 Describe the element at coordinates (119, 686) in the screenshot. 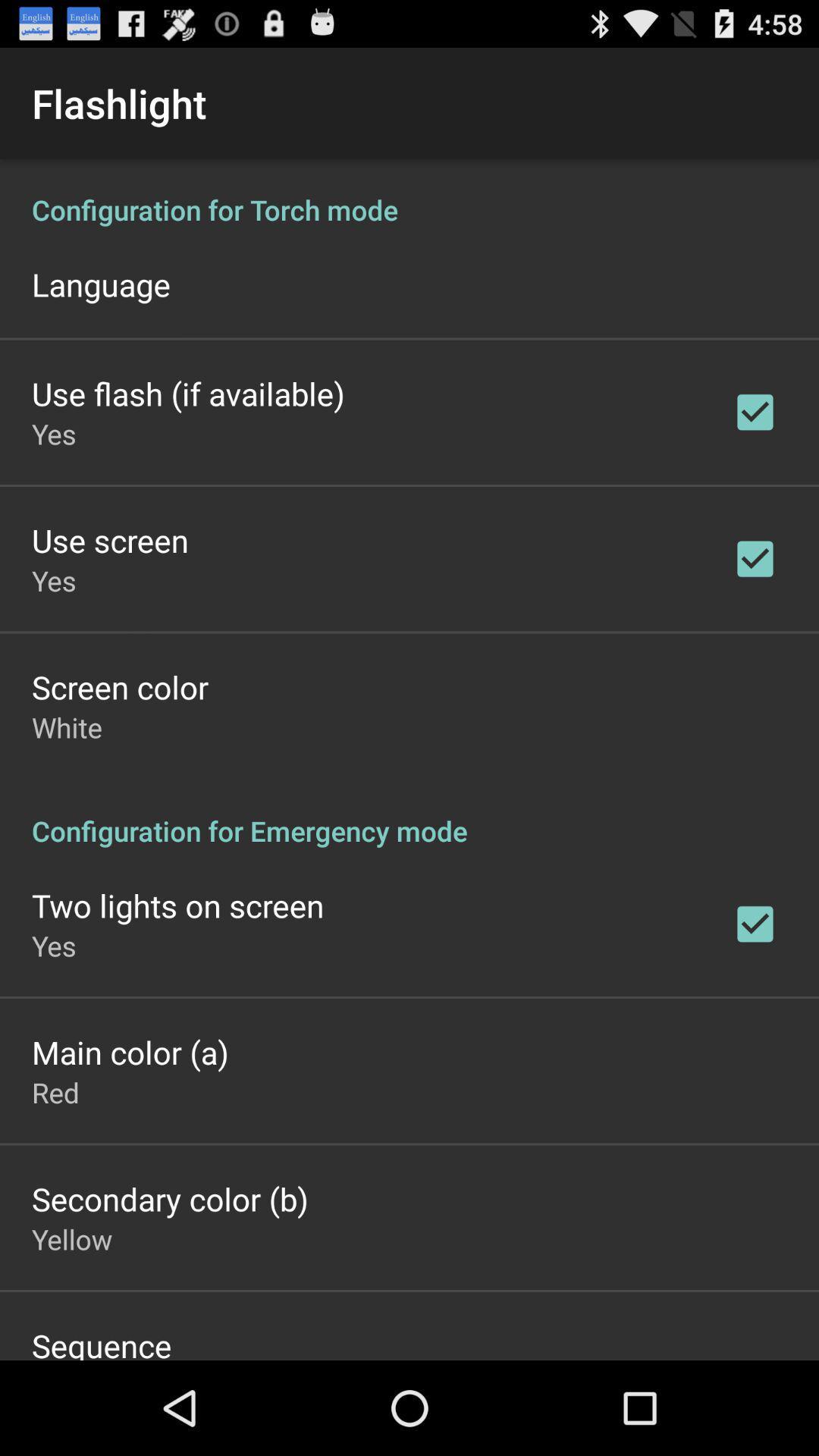

I see `icon above the white app` at that location.